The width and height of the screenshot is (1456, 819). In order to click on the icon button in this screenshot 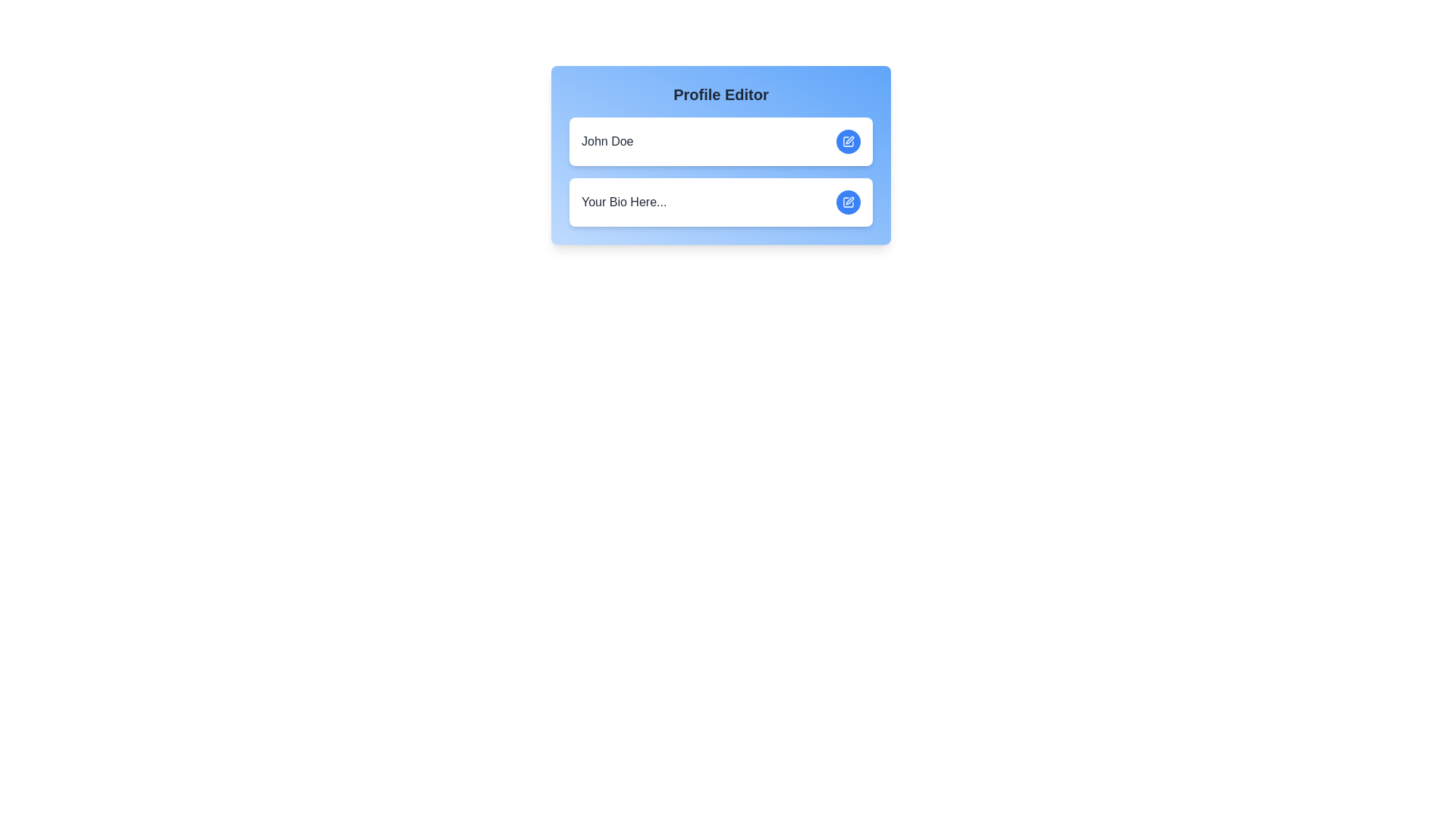, I will do `click(850, 200)`.